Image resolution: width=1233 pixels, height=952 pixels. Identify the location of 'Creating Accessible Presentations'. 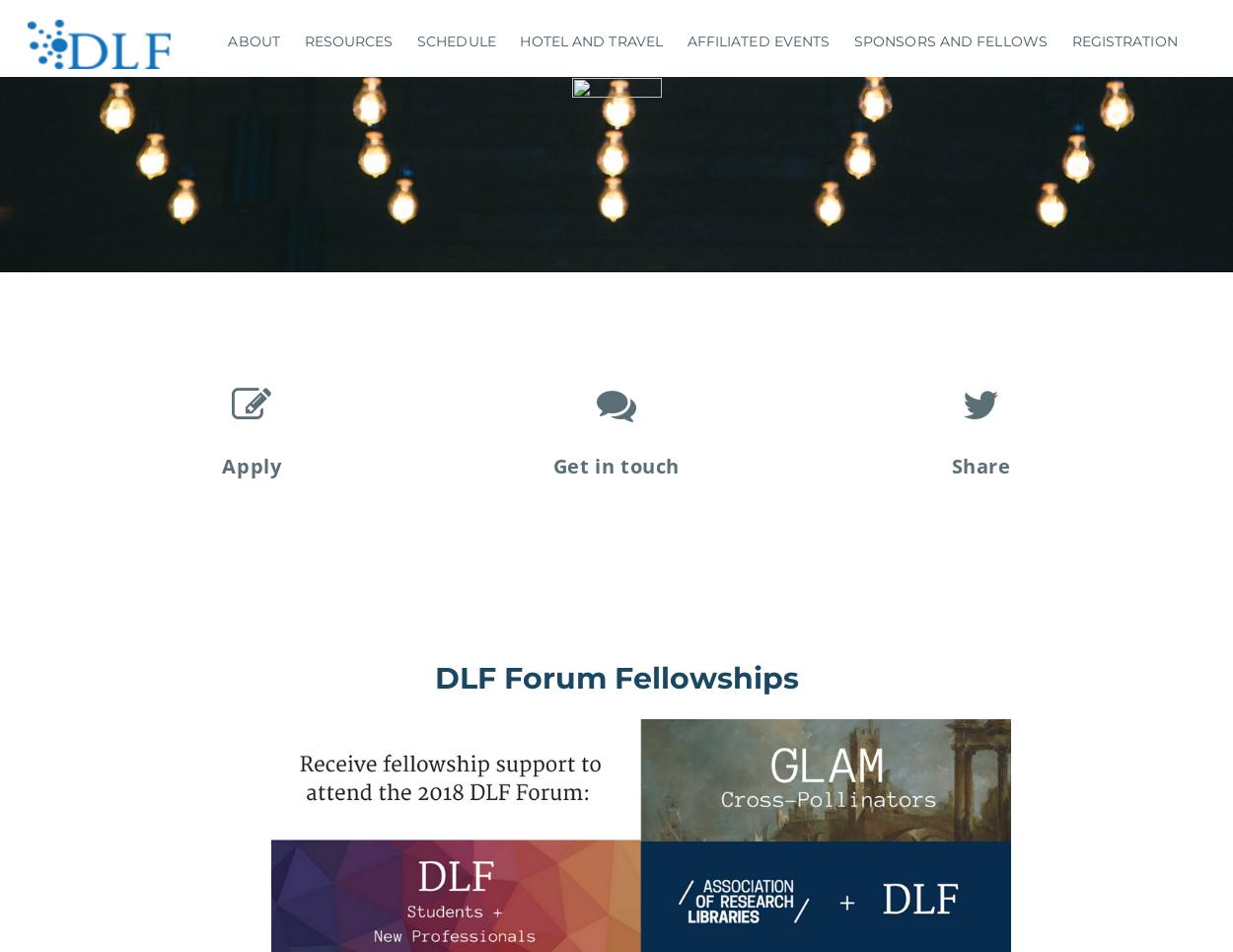
(299, 192).